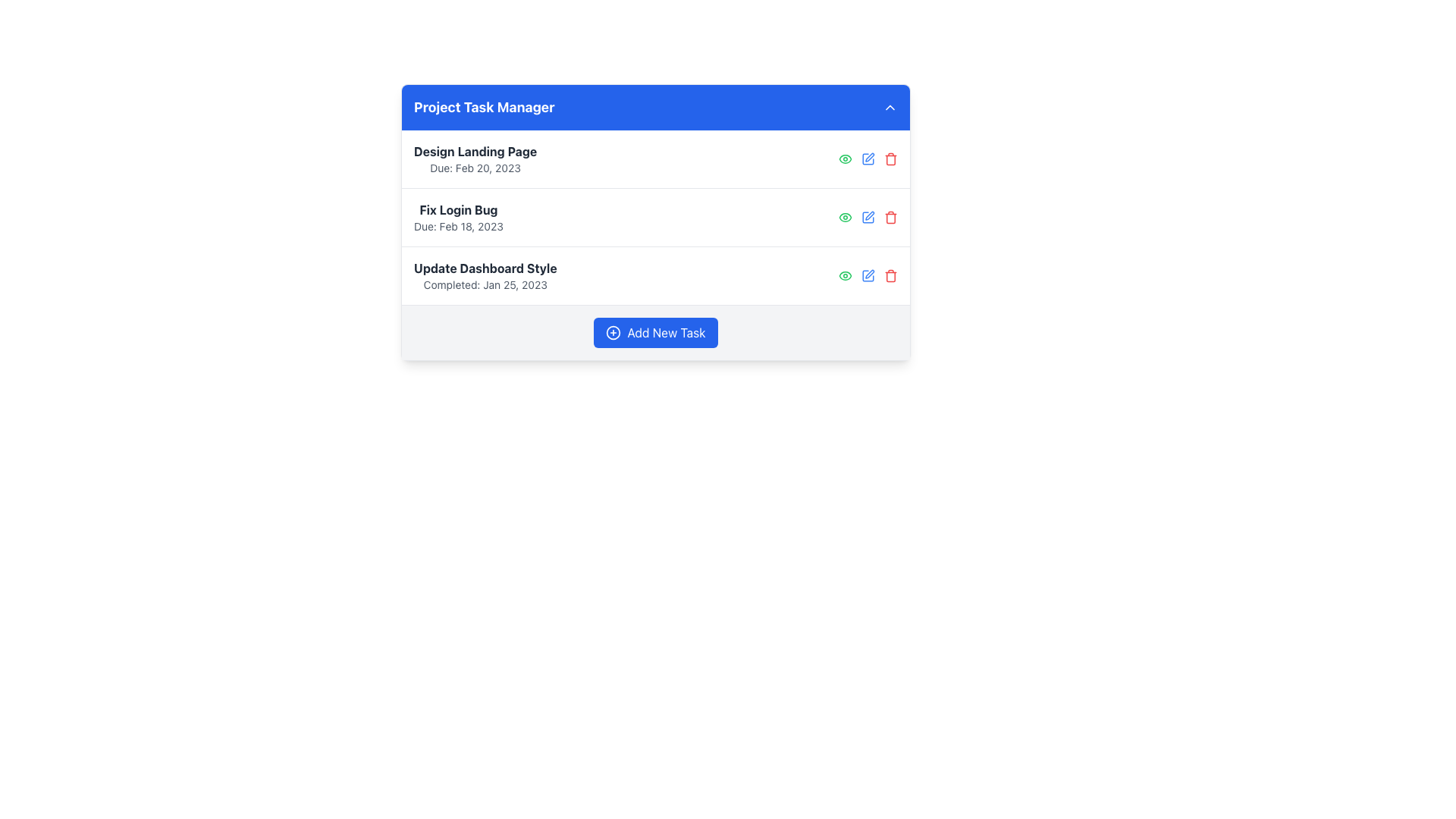  I want to click on the static text element displaying 'Due: Feb 20, 2023', which is positioned below the task title 'Design Landing Page', so click(475, 168).